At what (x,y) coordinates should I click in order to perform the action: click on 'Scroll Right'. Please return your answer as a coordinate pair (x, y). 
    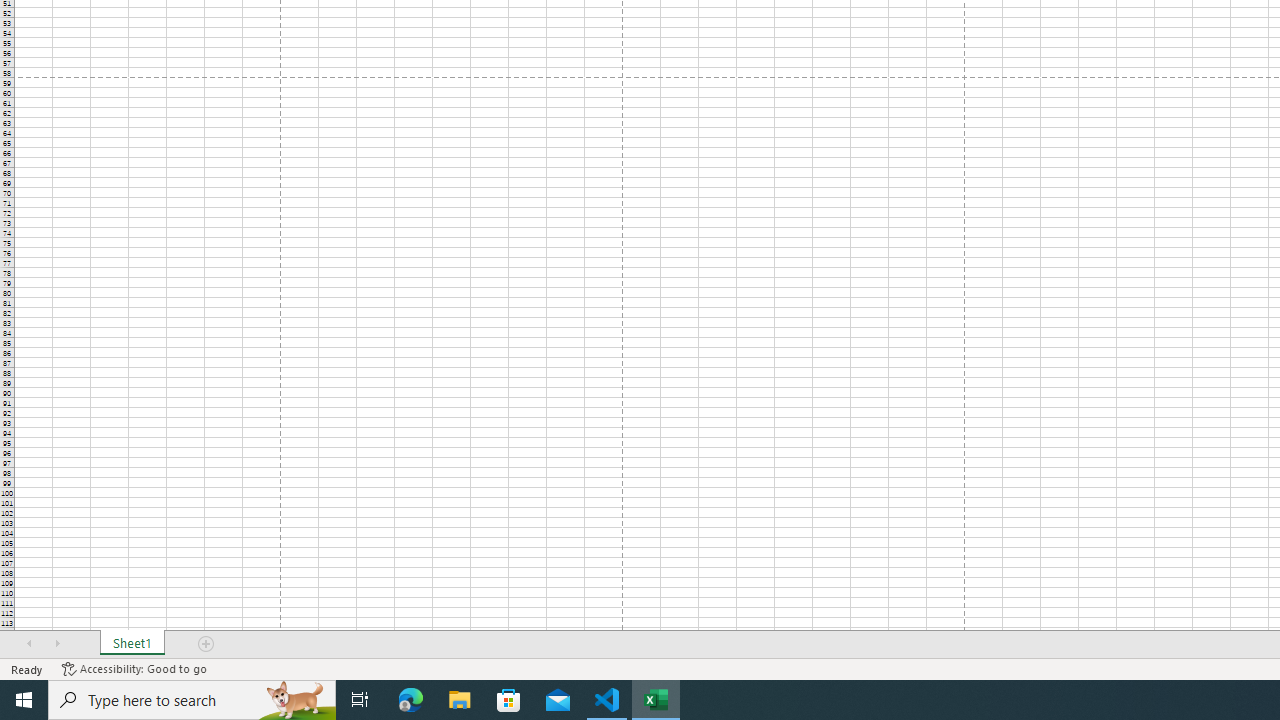
    Looking at the image, I should click on (57, 644).